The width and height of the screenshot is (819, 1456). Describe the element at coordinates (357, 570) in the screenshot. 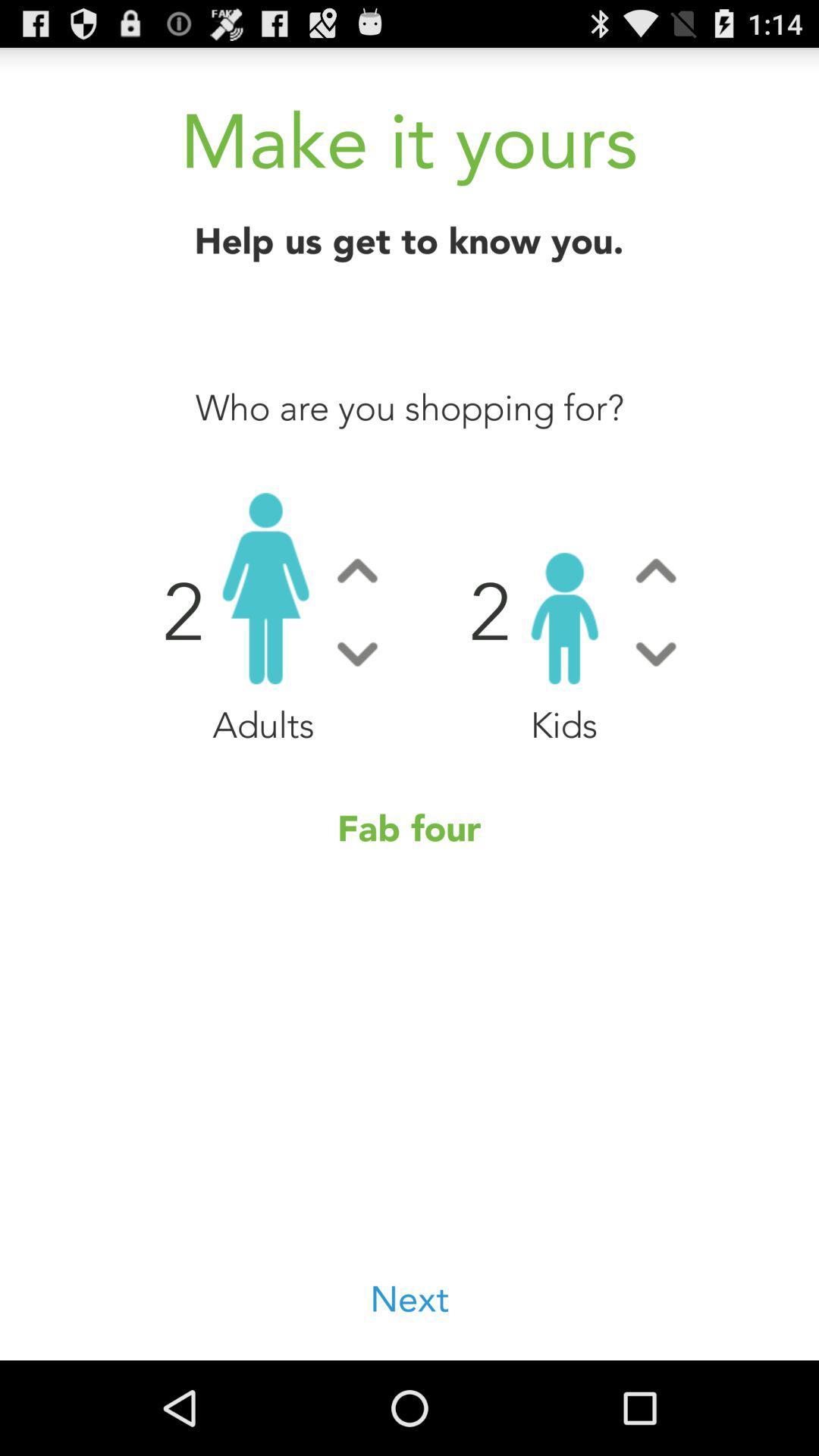

I see `increase adult count` at that location.